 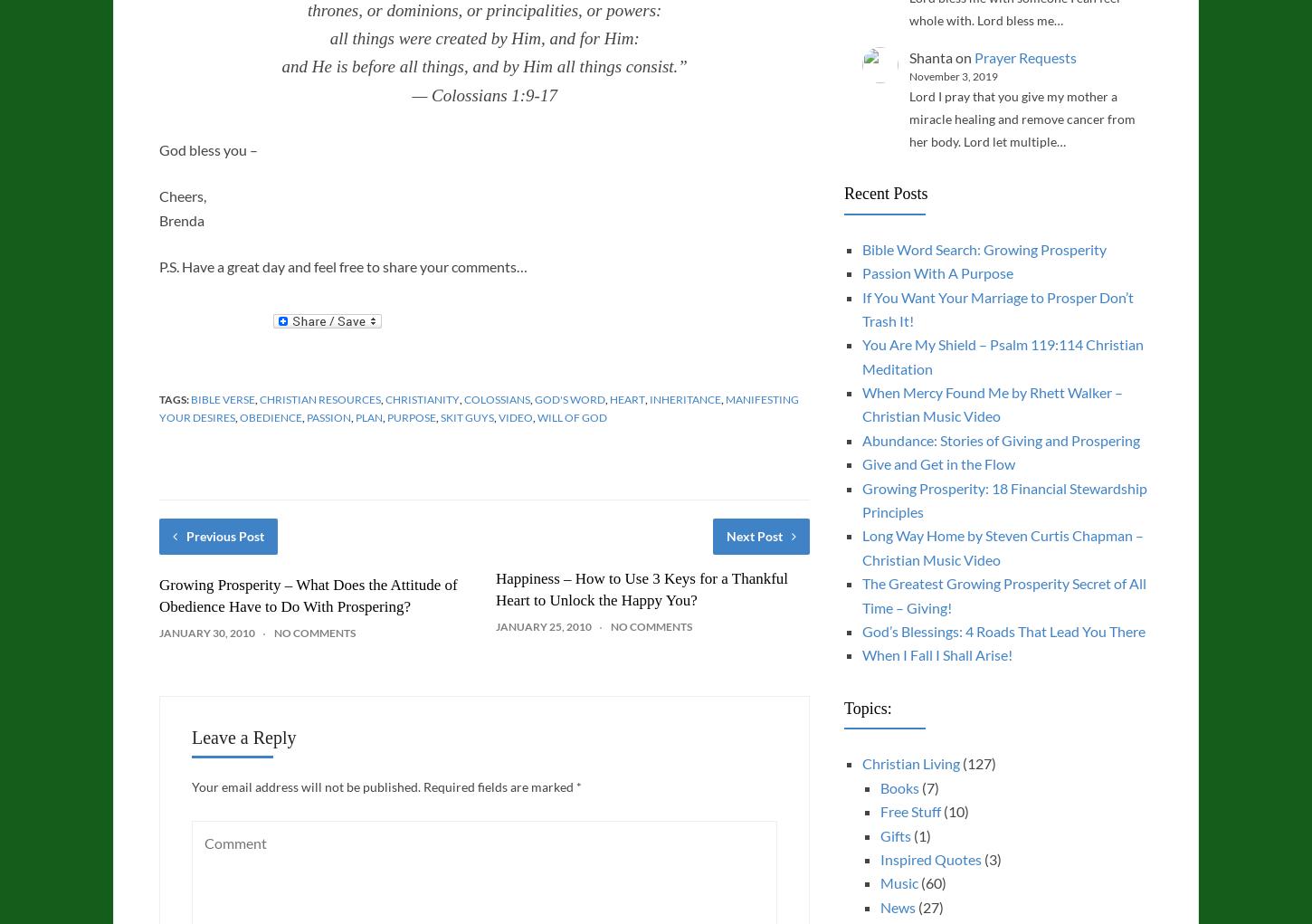 What do you see at coordinates (189, 399) in the screenshot?
I see `'bible verse'` at bounding box center [189, 399].